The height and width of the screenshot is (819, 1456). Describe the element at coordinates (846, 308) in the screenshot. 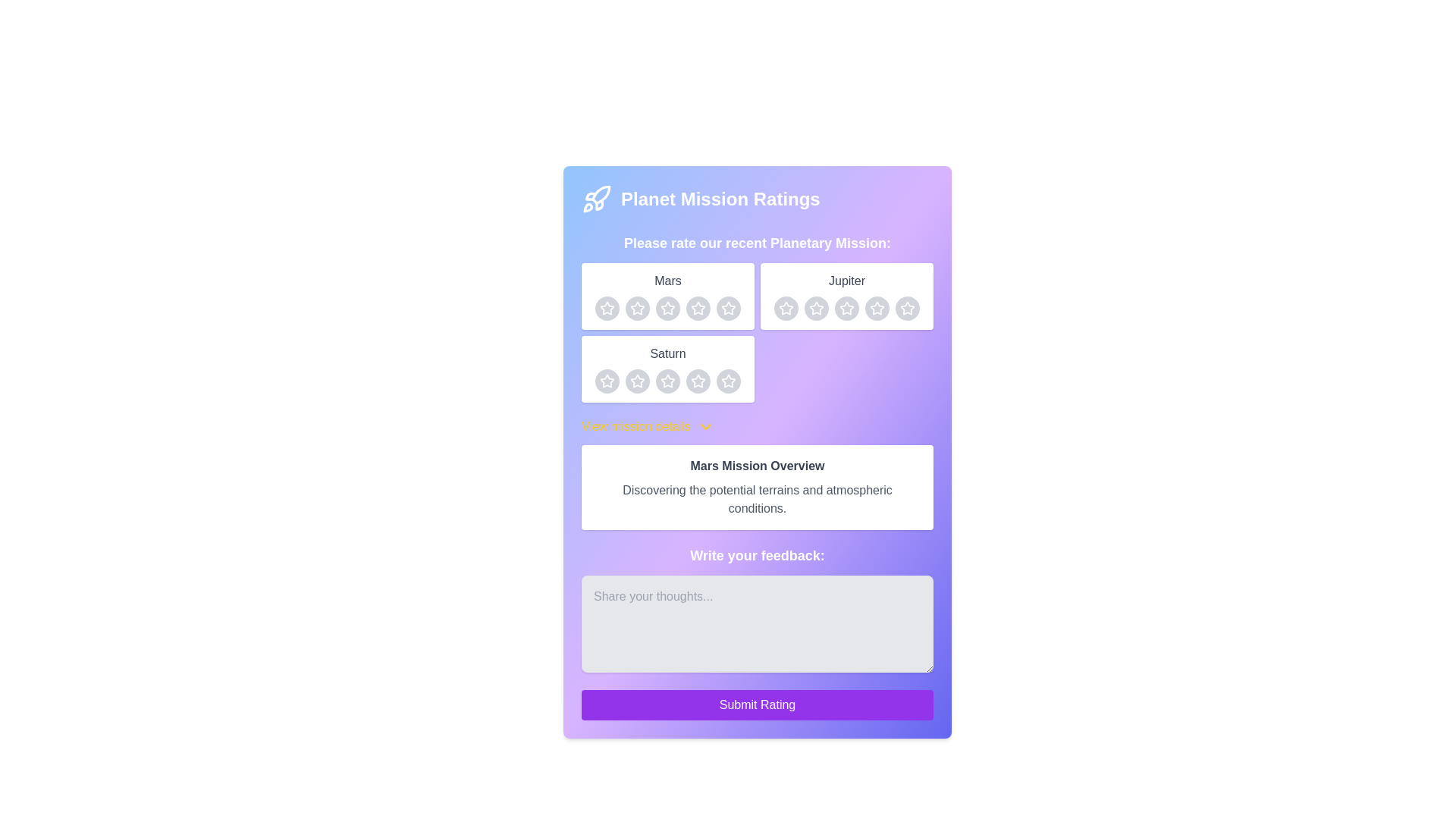

I see `the third star in the interactive rating button group below the 'Jupiter' label` at that location.